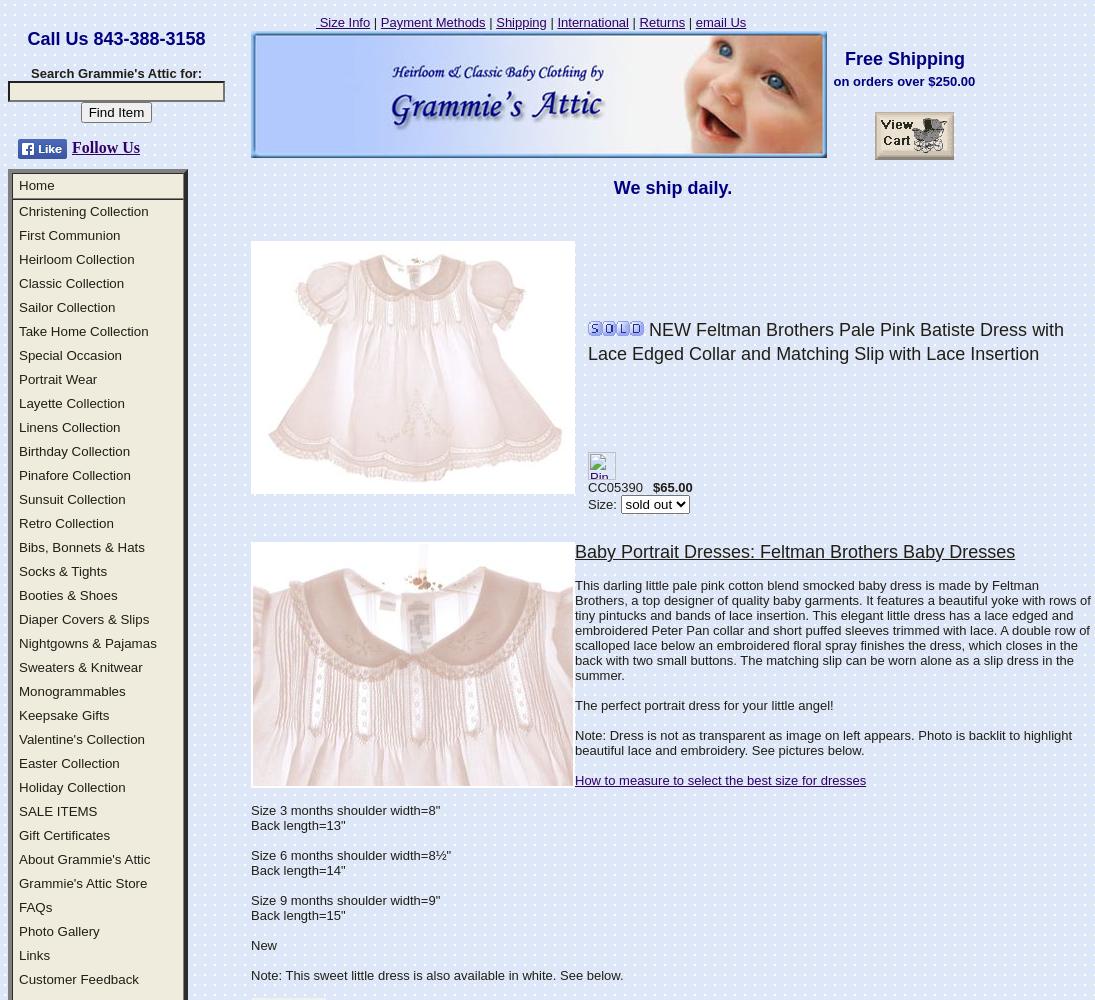  Describe the element at coordinates (71, 787) in the screenshot. I see `'Holiday Collection'` at that location.